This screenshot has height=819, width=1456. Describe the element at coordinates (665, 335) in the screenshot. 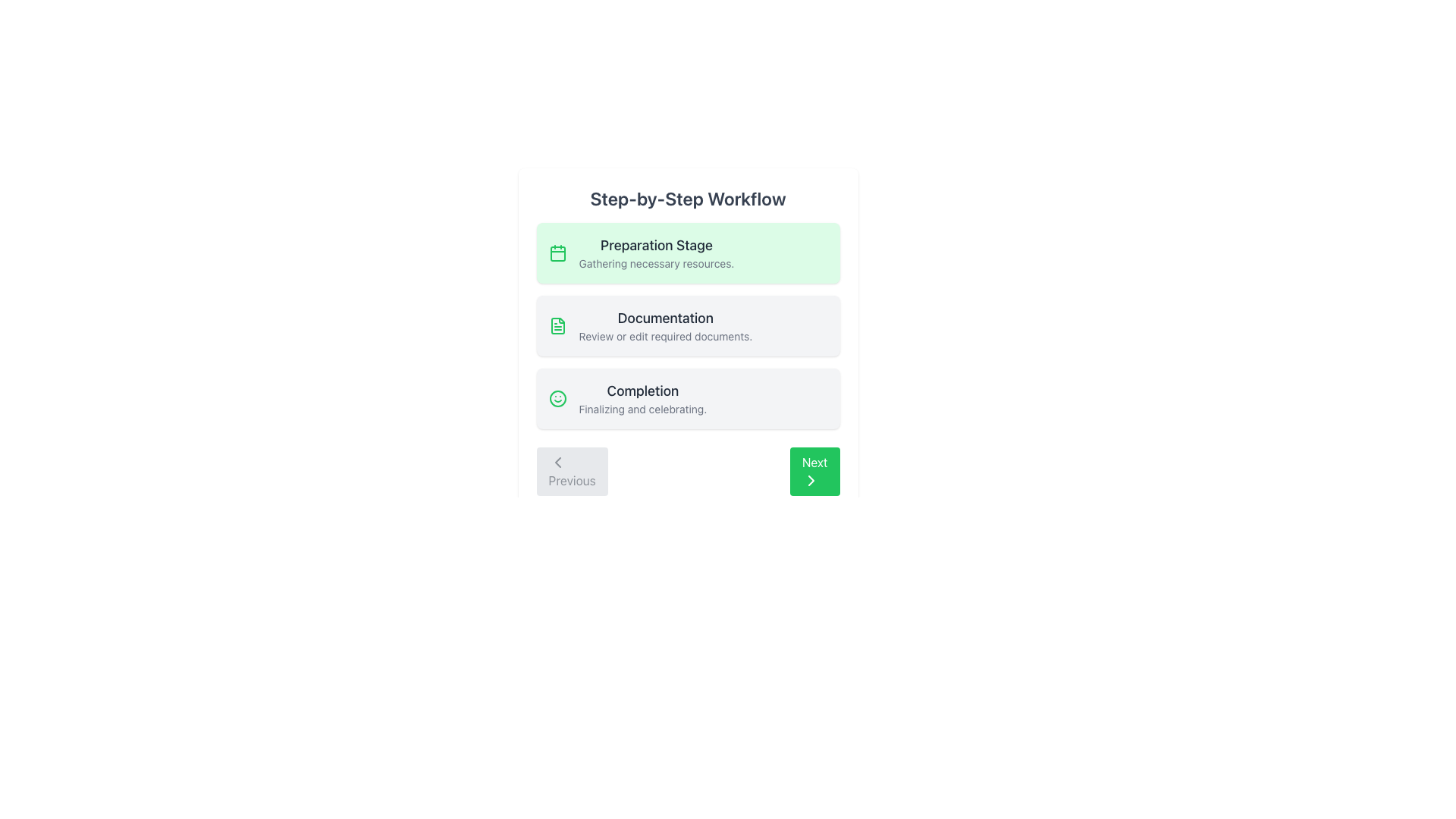

I see `the text label that reads 'Review or edit required documents.' positioned beneath the heading 'Documentation' in the central workflow card` at that location.